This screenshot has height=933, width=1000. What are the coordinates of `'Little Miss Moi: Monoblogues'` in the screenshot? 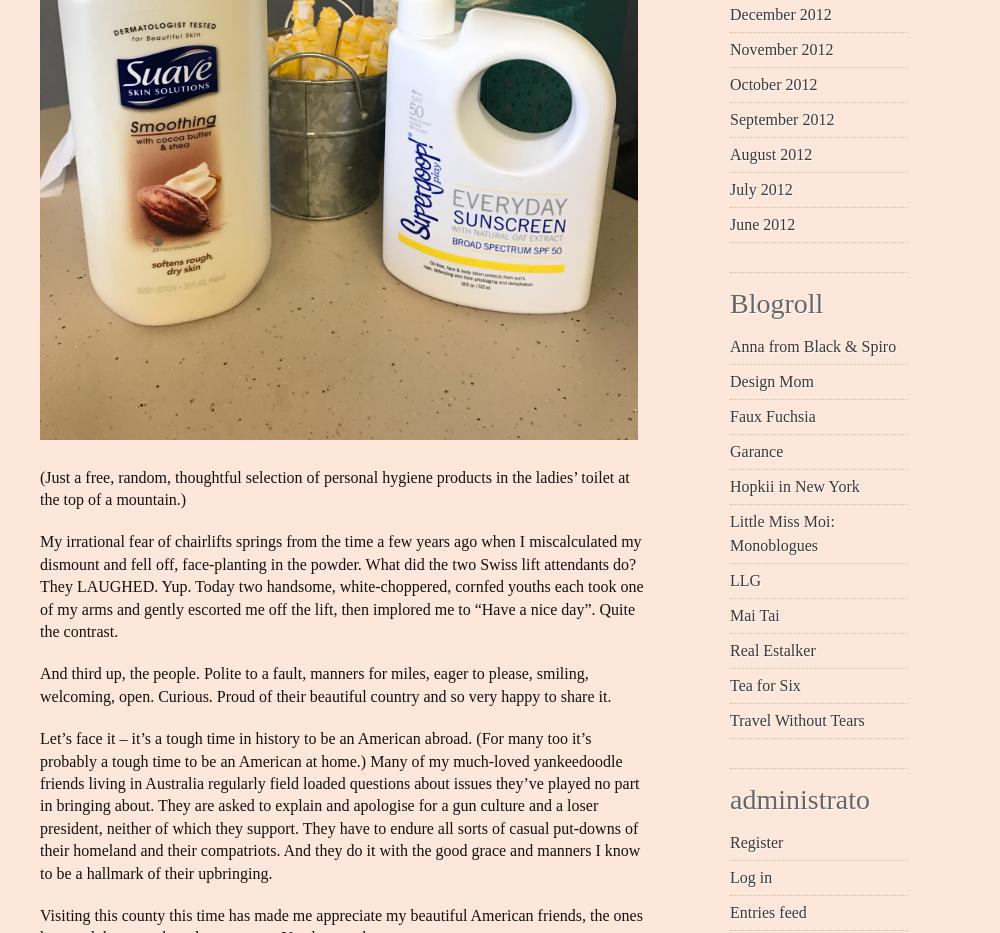 It's located at (782, 531).